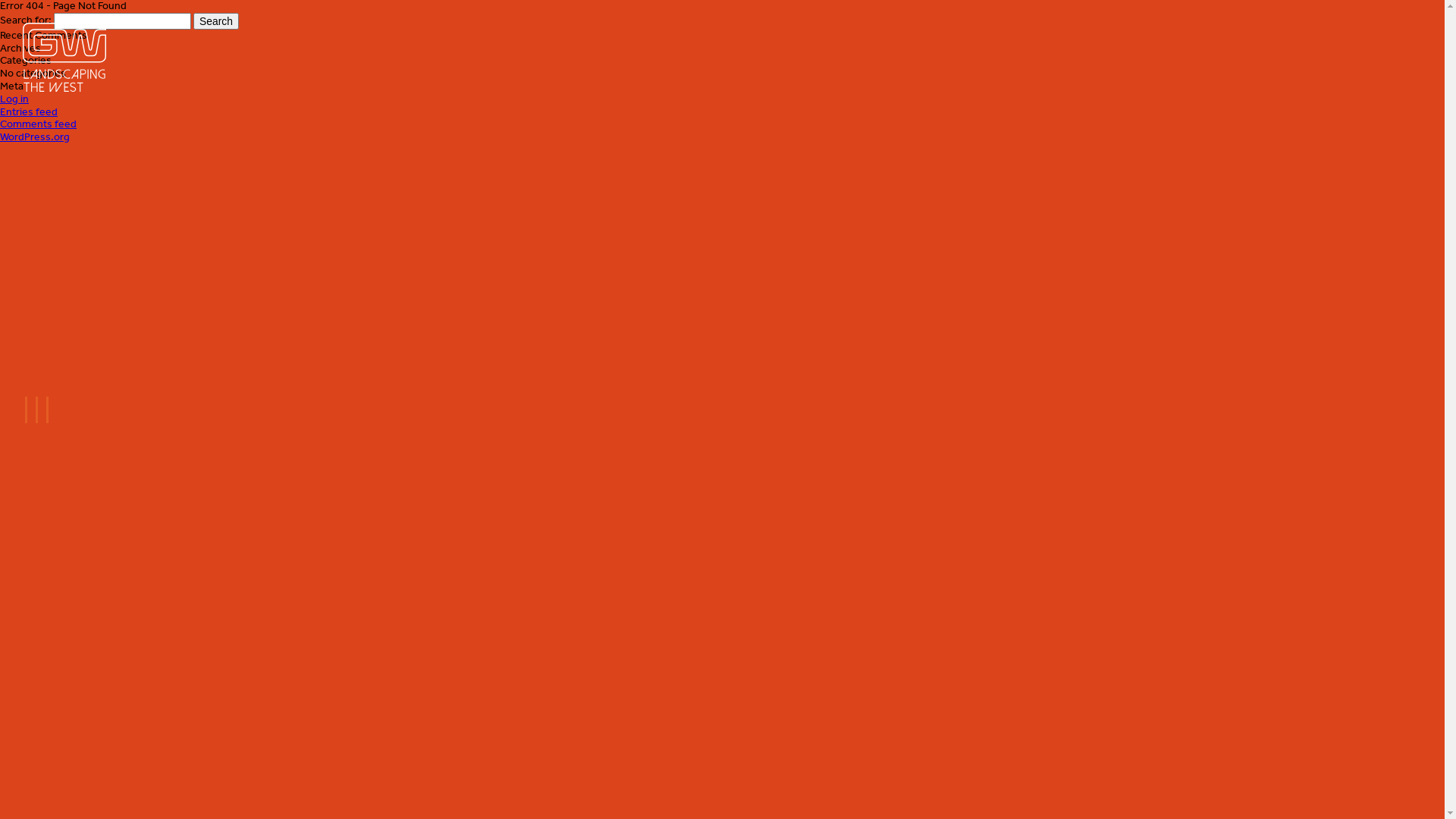 The height and width of the screenshot is (819, 1456). I want to click on 'Log in', so click(14, 99).